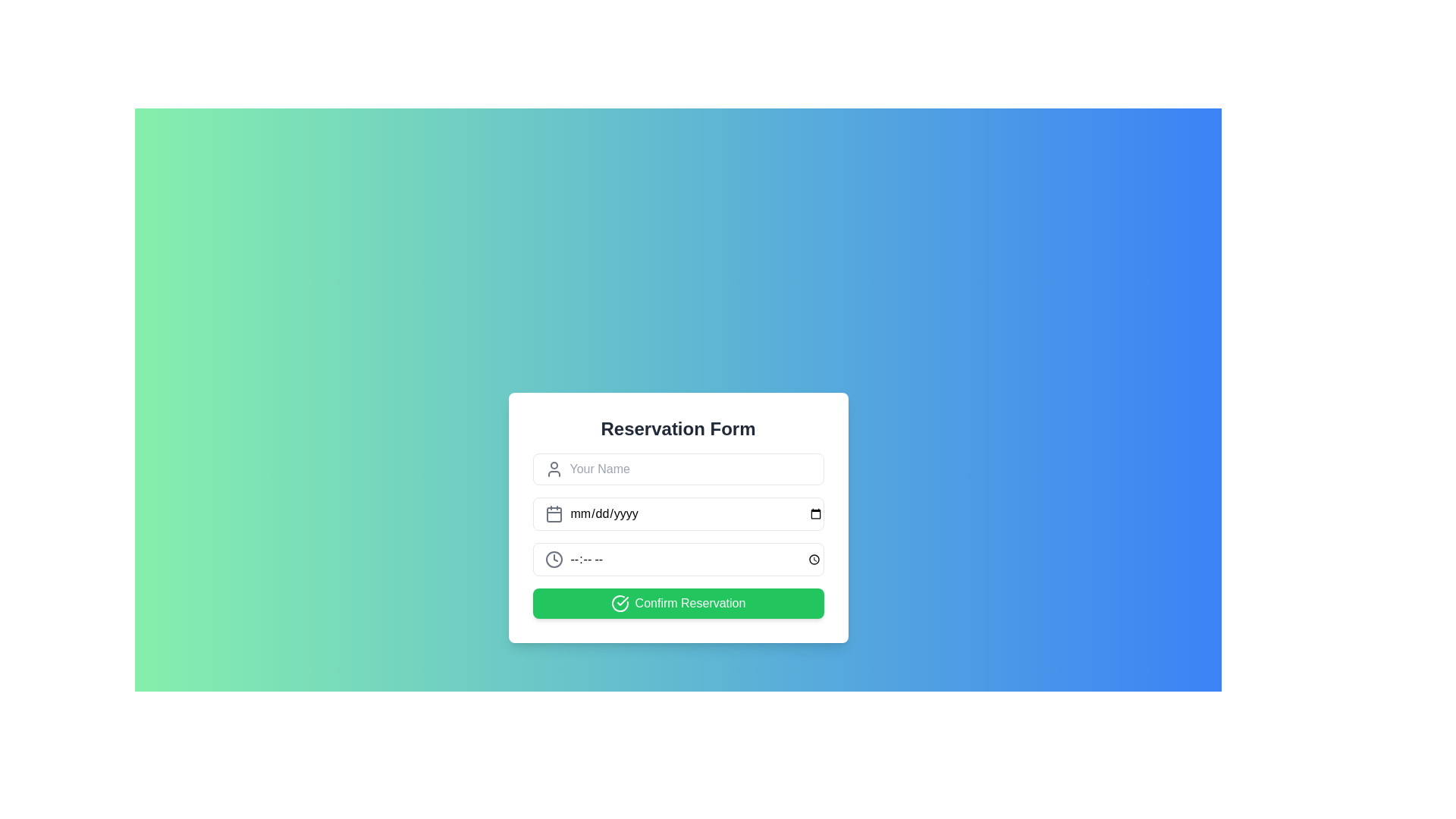  Describe the element at coordinates (553, 559) in the screenshot. I see `the SVG Circle element that visually represents the clock icon in the fourth input field of the reservation form` at that location.